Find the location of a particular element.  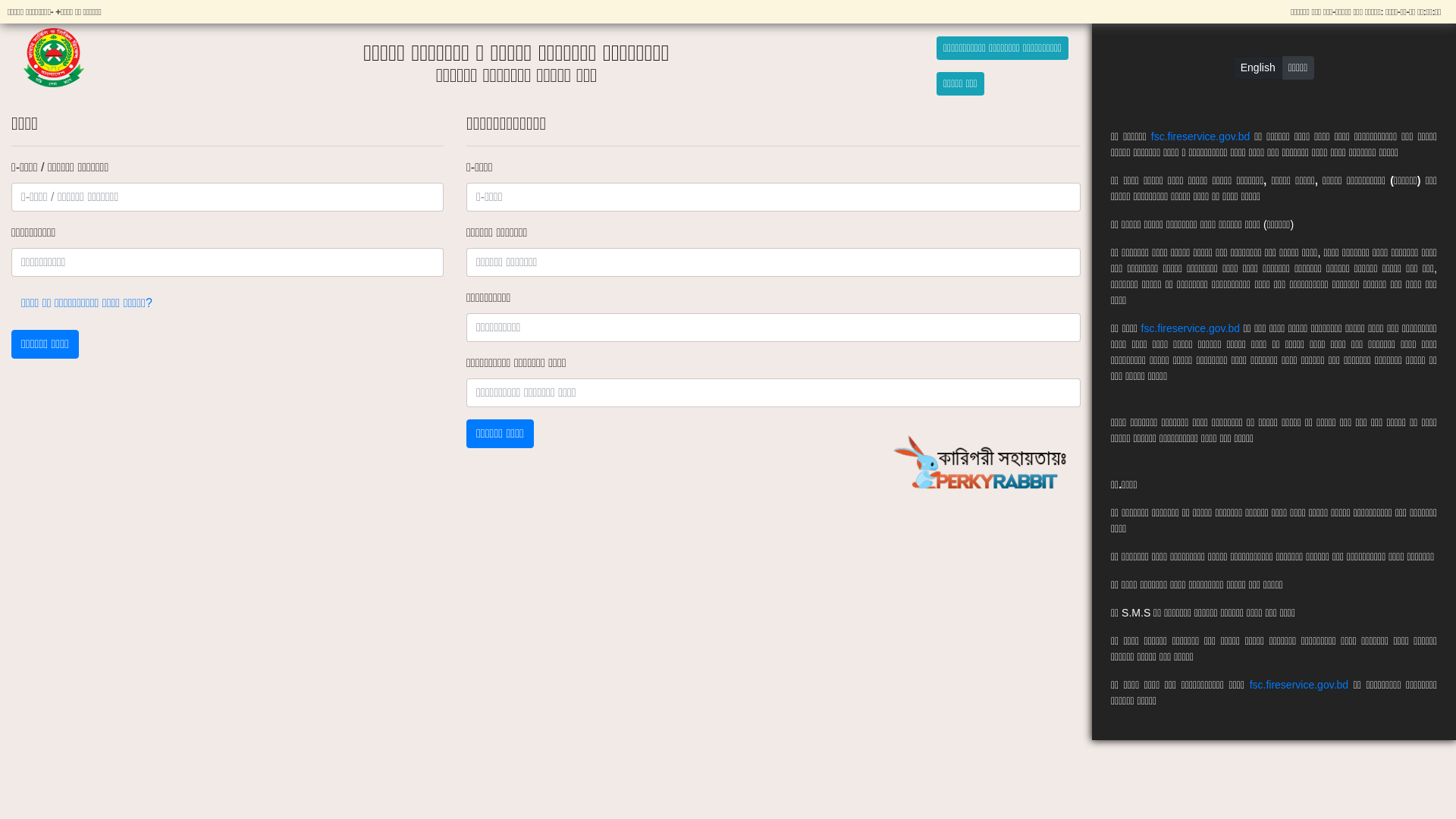

'English' is located at coordinates (1258, 67).